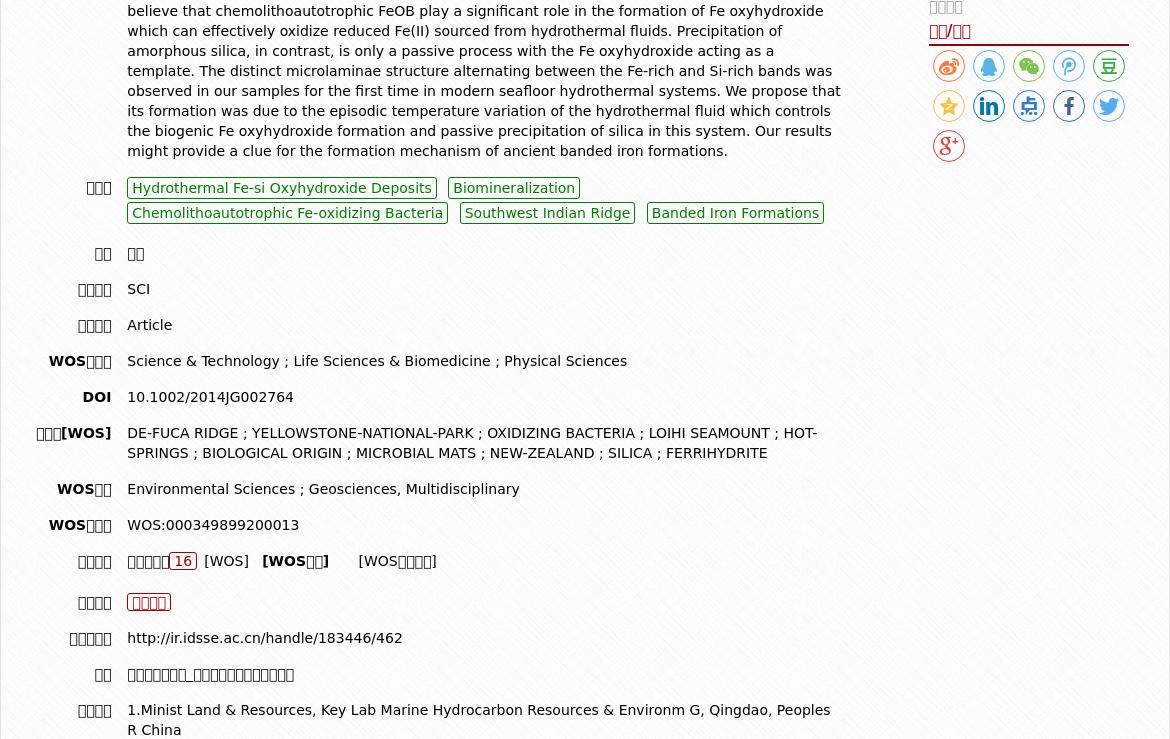 The height and width of the screenshot is (739, 1170). Describe the element at coordinates (125, 288) in the screenshot. I see `'SCI'` at that location.